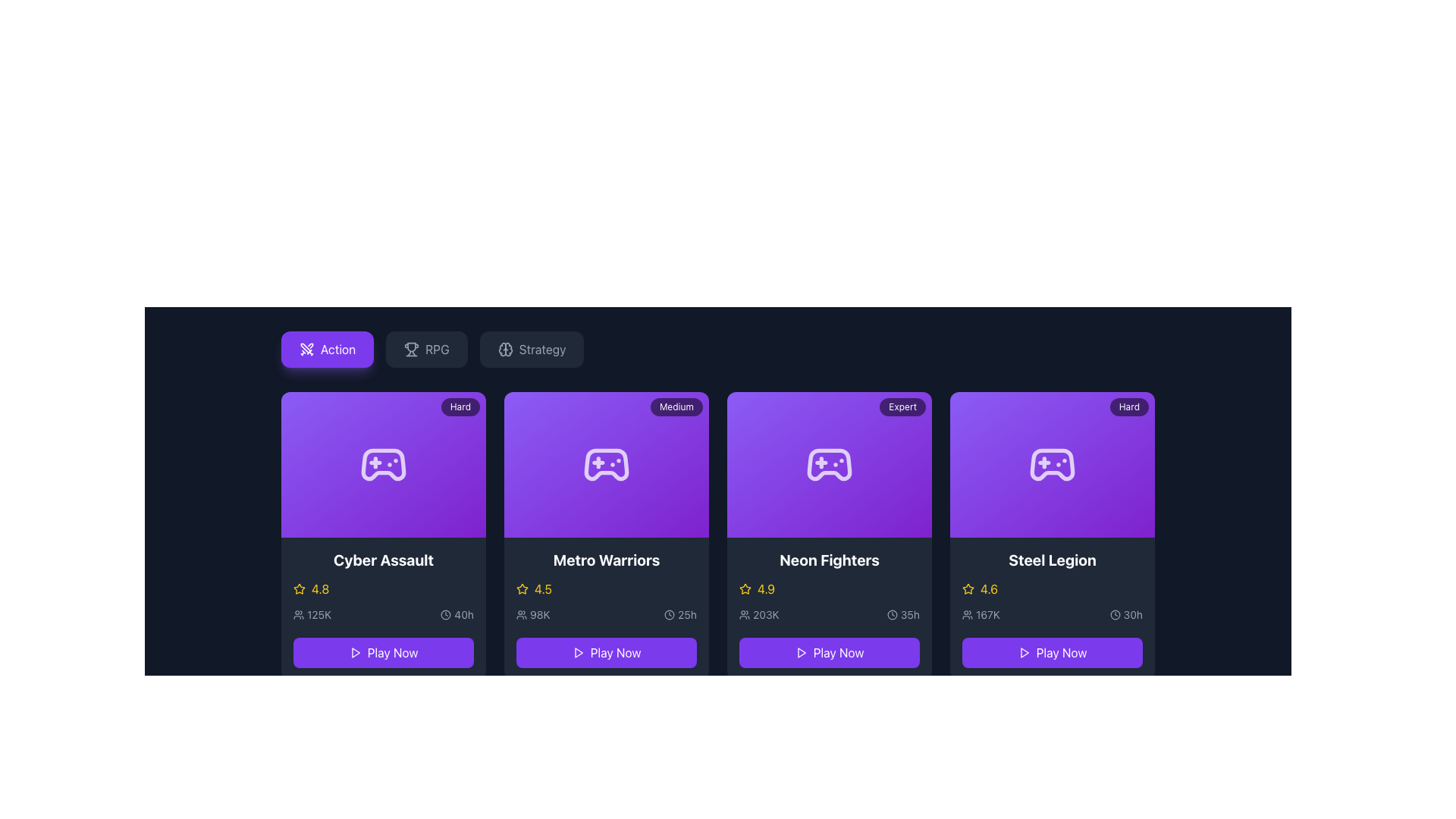 This screenshot has width=1456, height=819. I want to click on the text displaying the number of participants or followers in the 'Metro Warriors' section, positioned below the rating information and to the left of the time information, so click(533, 614).